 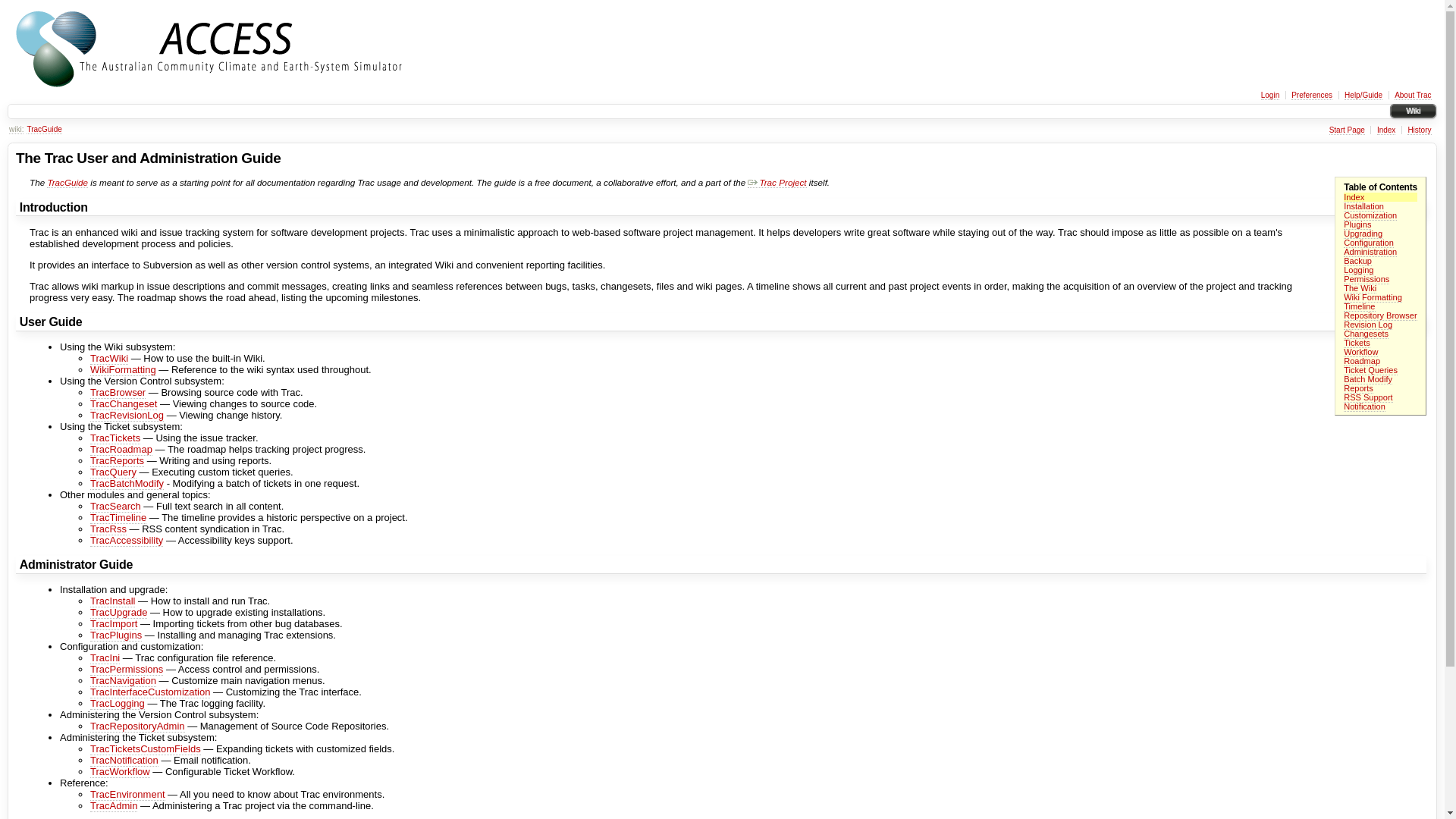 I want to click on 'Login', so click(x=1270, y=96).